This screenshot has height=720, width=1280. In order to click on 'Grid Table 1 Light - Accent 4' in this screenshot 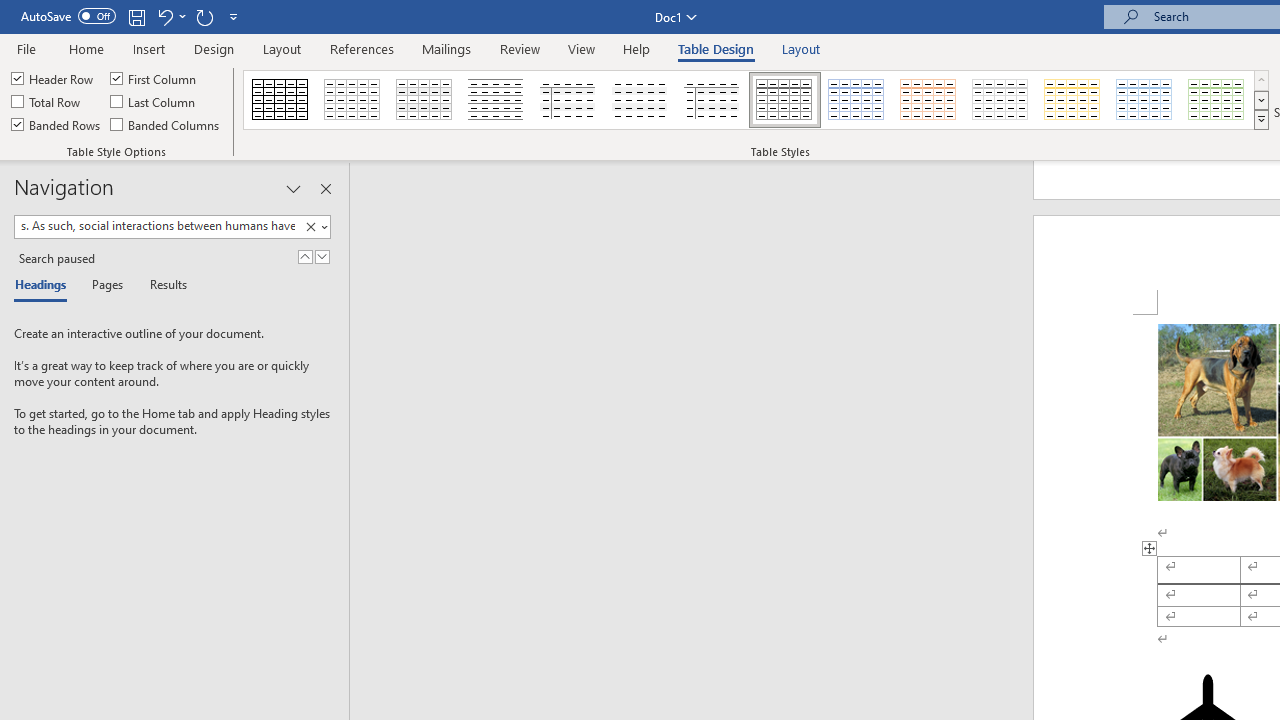, I will do `click(1071, 100)`.